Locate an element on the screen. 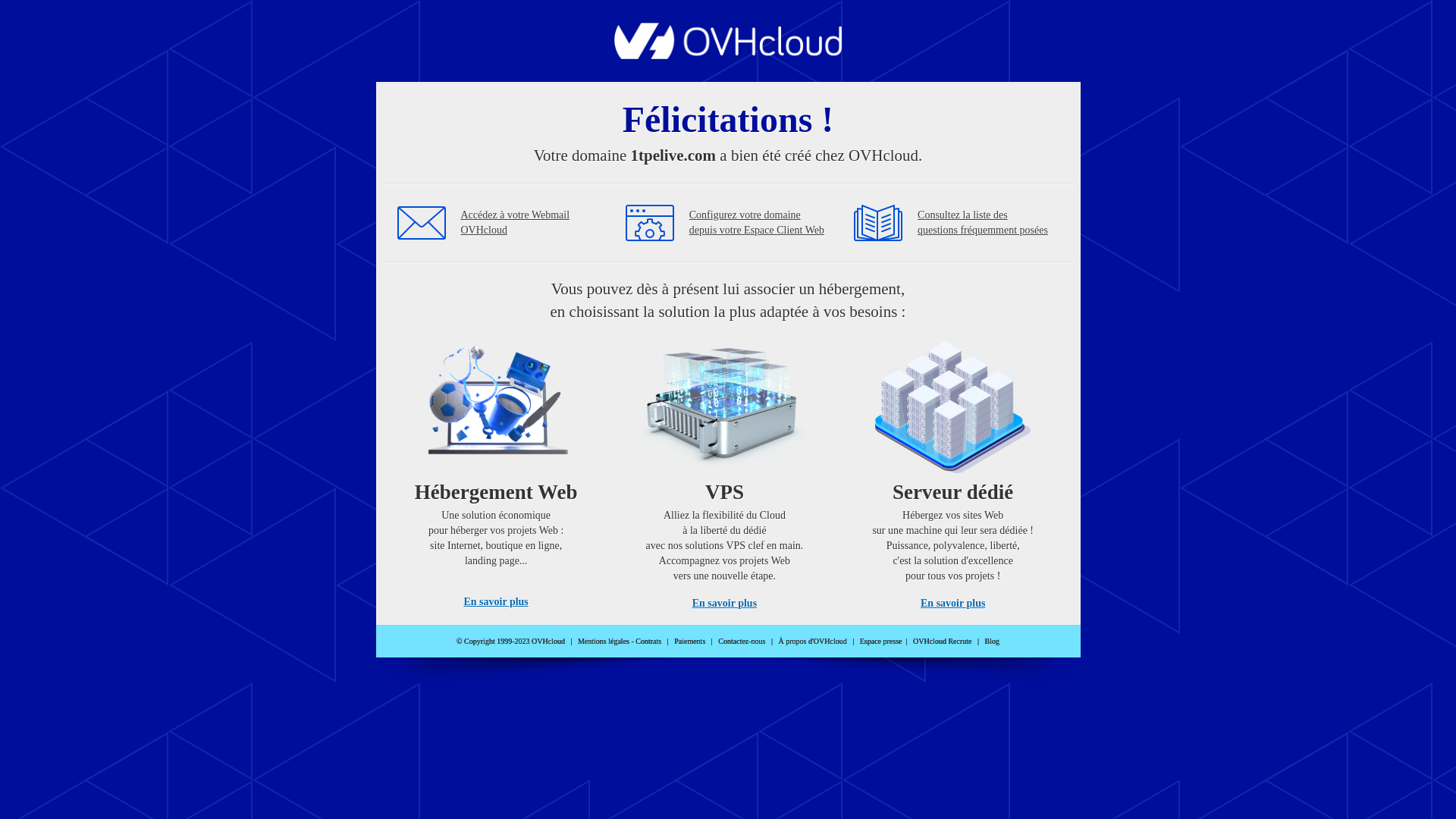  'Blog' is located at coordinates (992, 641).